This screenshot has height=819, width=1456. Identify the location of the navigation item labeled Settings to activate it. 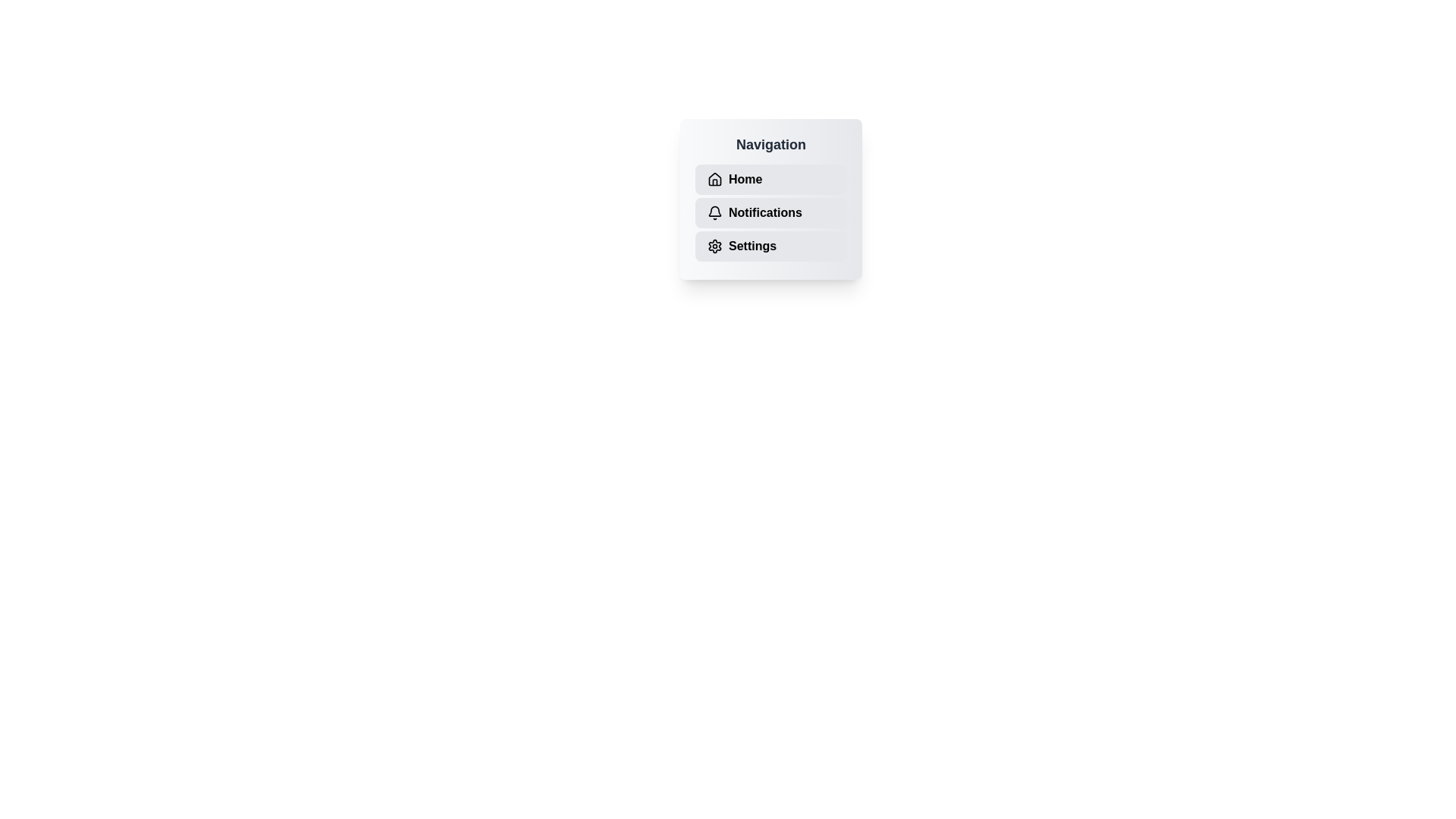
(771, 245).